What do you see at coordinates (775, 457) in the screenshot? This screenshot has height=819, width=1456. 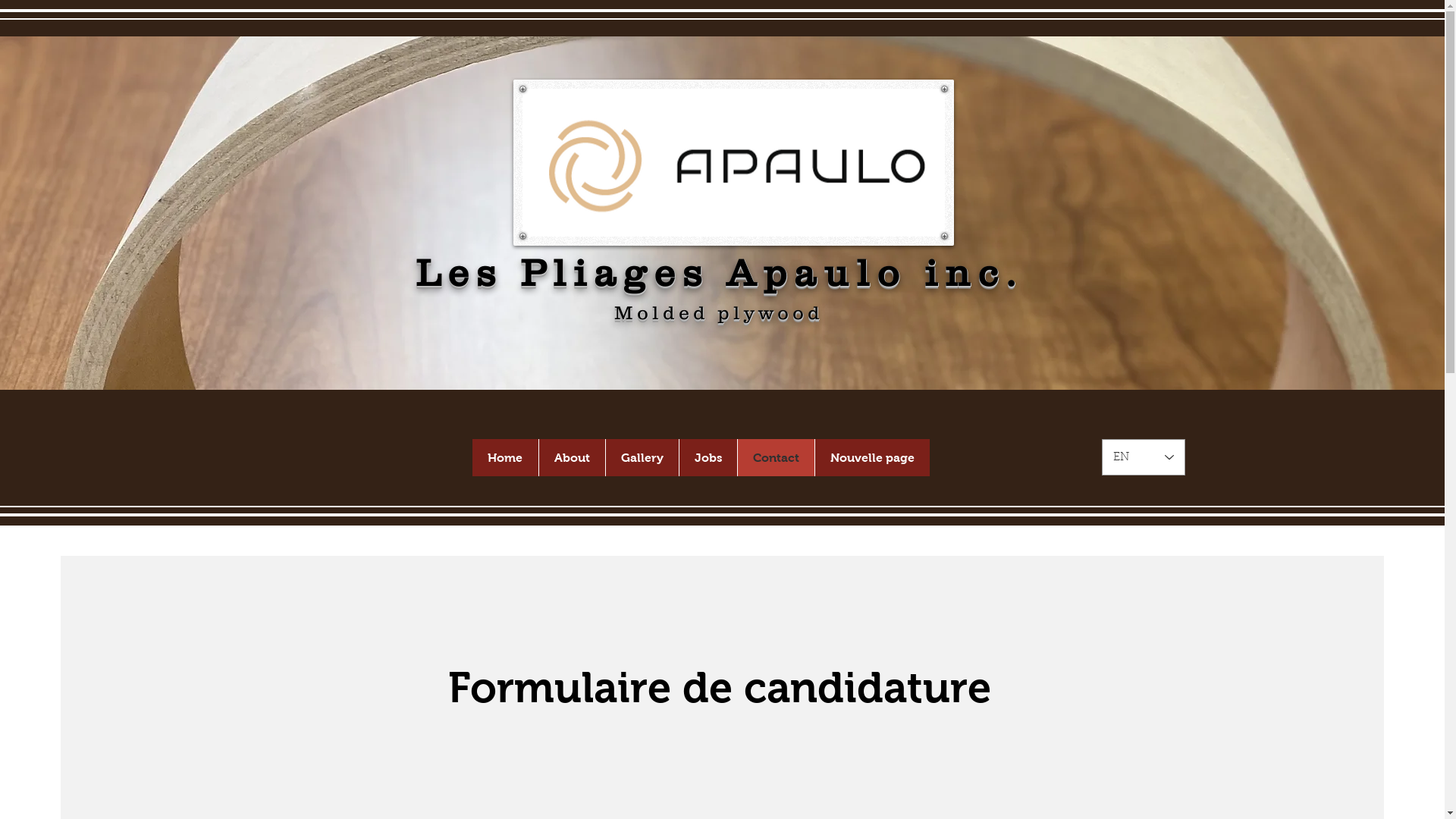 I see `'Contact'` at bounding box center [775, 457].